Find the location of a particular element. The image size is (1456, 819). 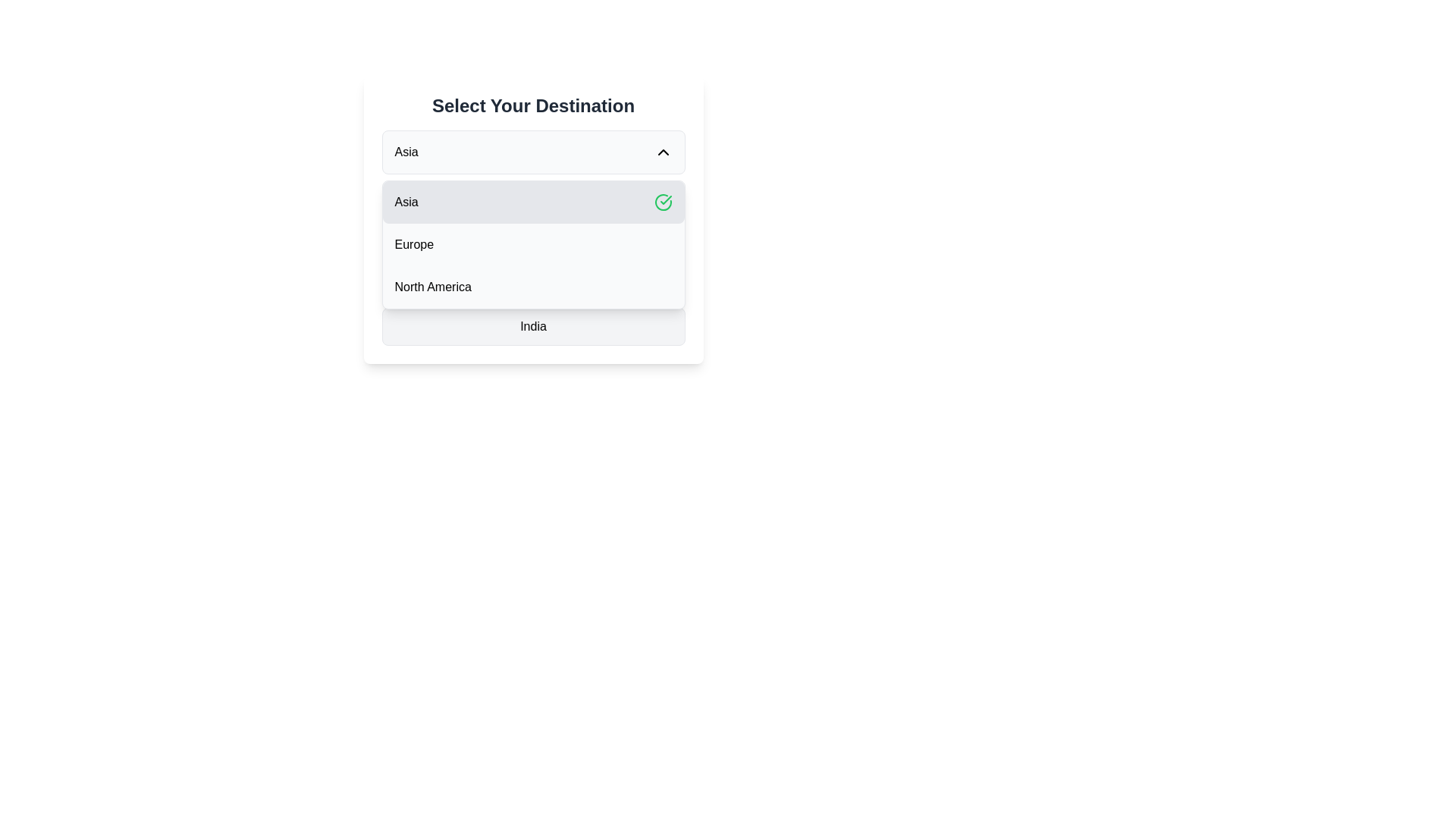

the 'Asia' text label within the dropdown option is located at coordinates (406, 201).